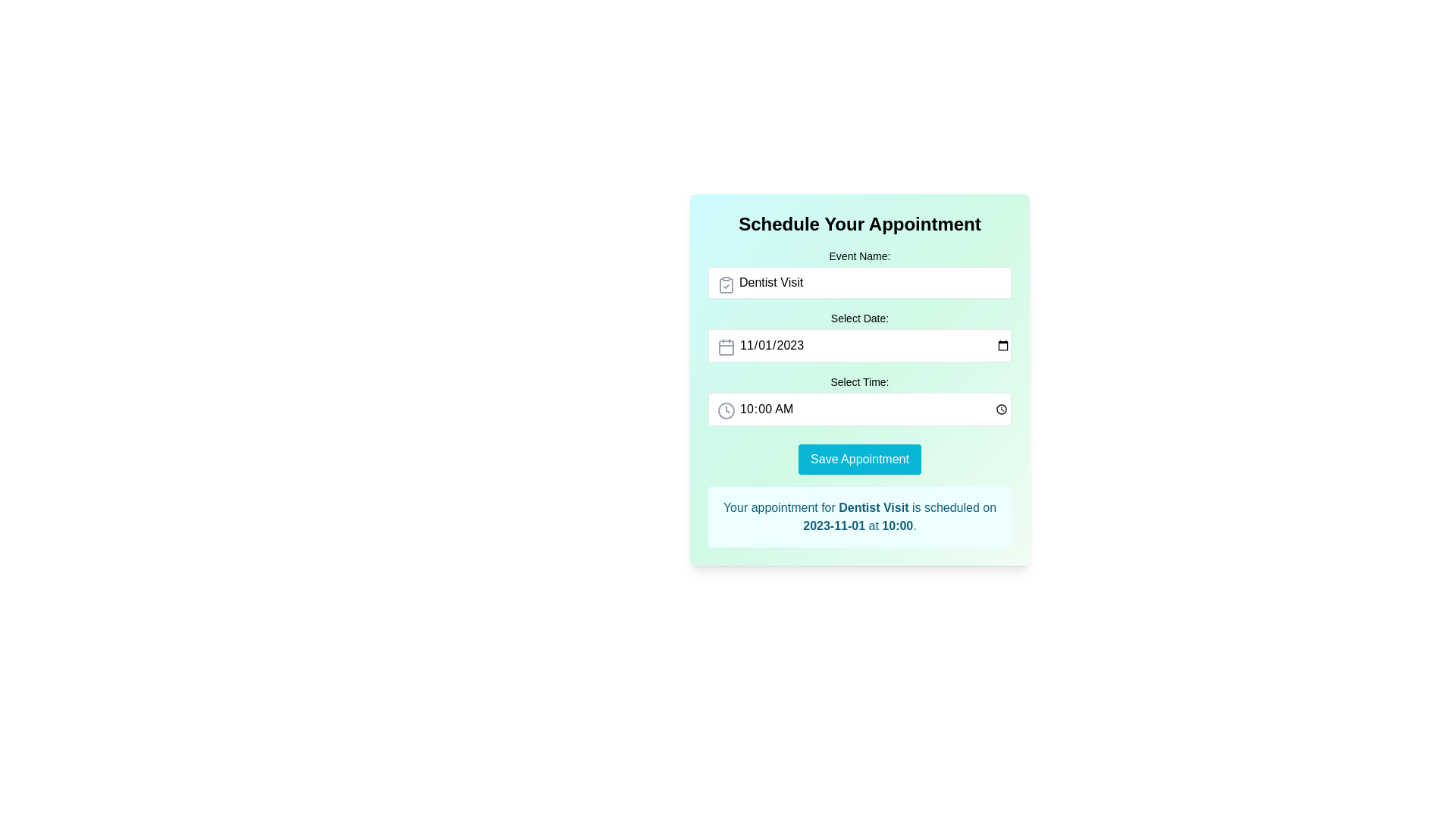 The height and width of the screenshot is (819, 1456). What do you see at coordinates (859, 516) in the screenshot?
I see `static text block that has a light cyan background and cyan text color, containing the bold phrases 'Dentist Visit', '2023-11-01', and '10:00', located beneath the 'Save Appointment' button` at bounding box center [859, 516].